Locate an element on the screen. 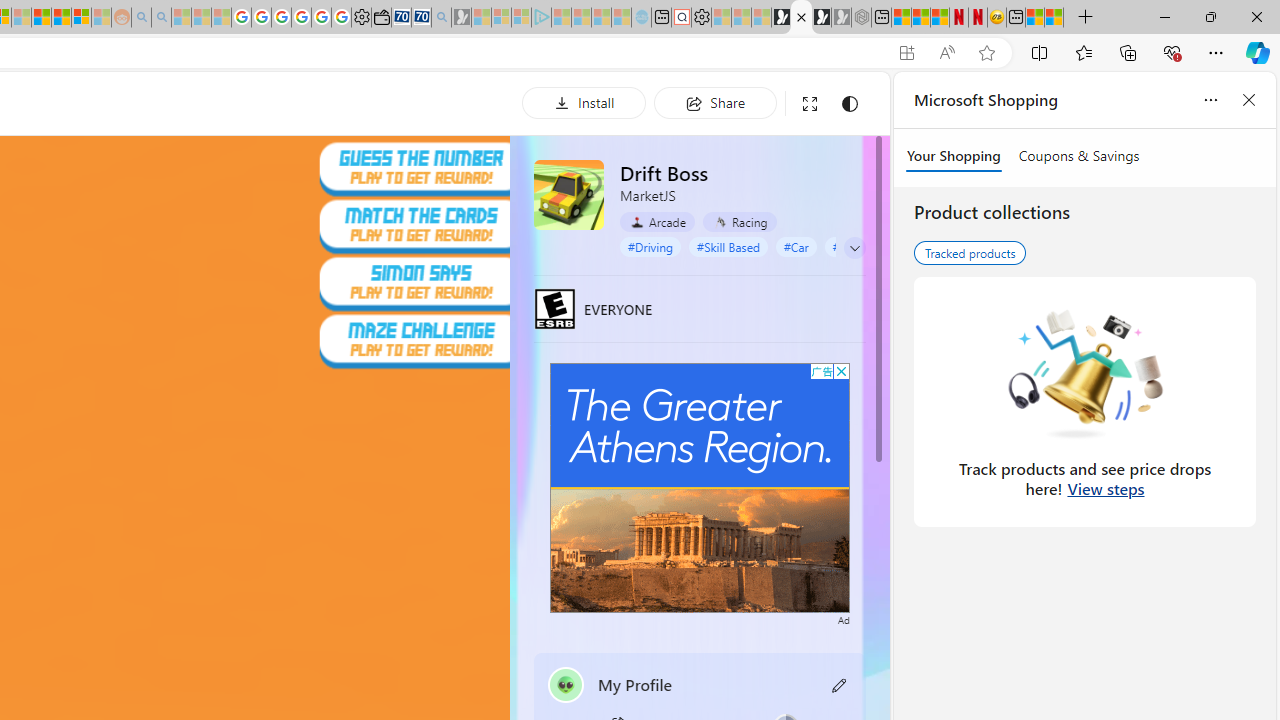  'Close tab' is located at coordinates (801, 17).